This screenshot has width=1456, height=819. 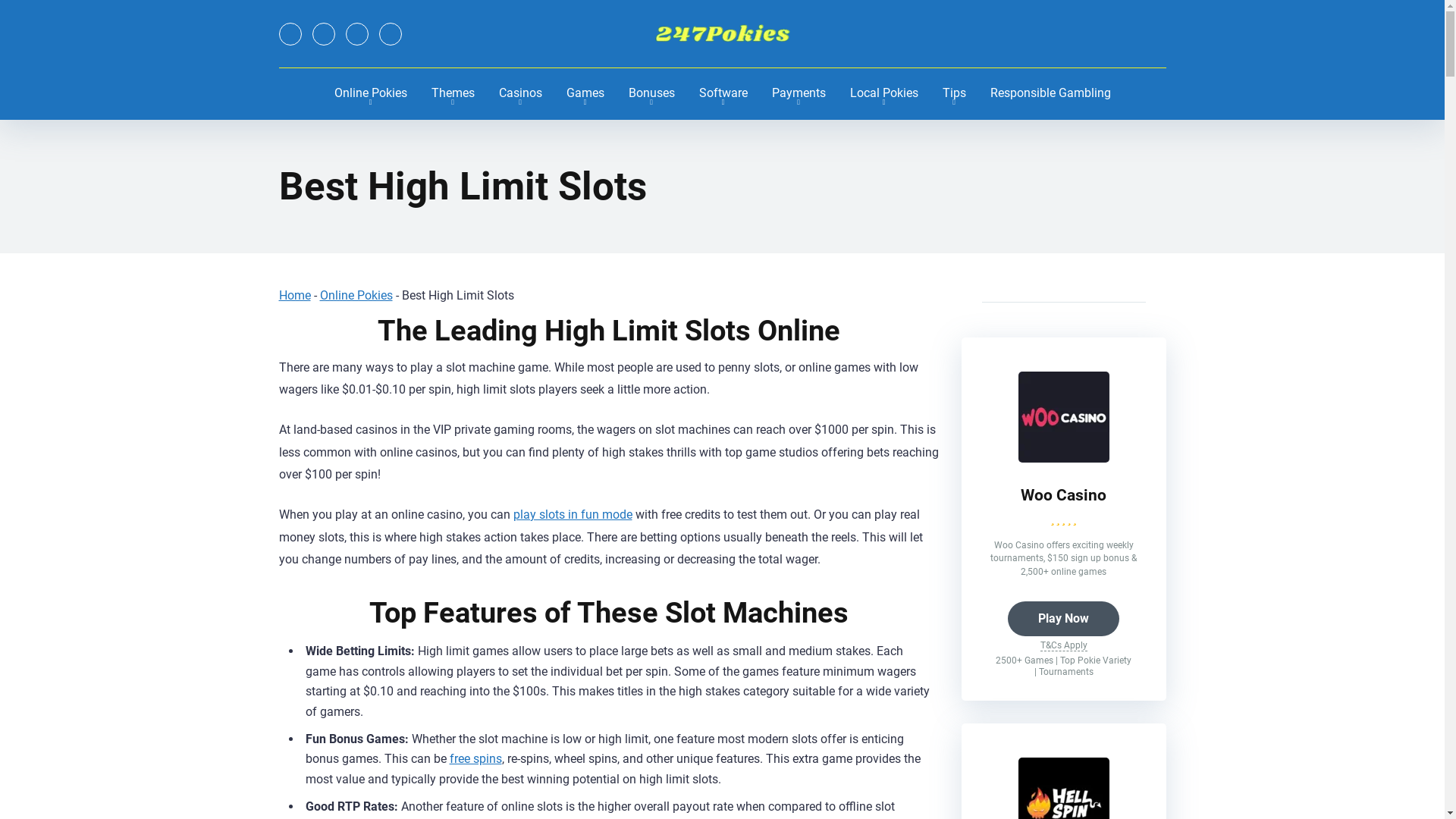 I want to click on 'Instagram', so click(x=356, y=34).